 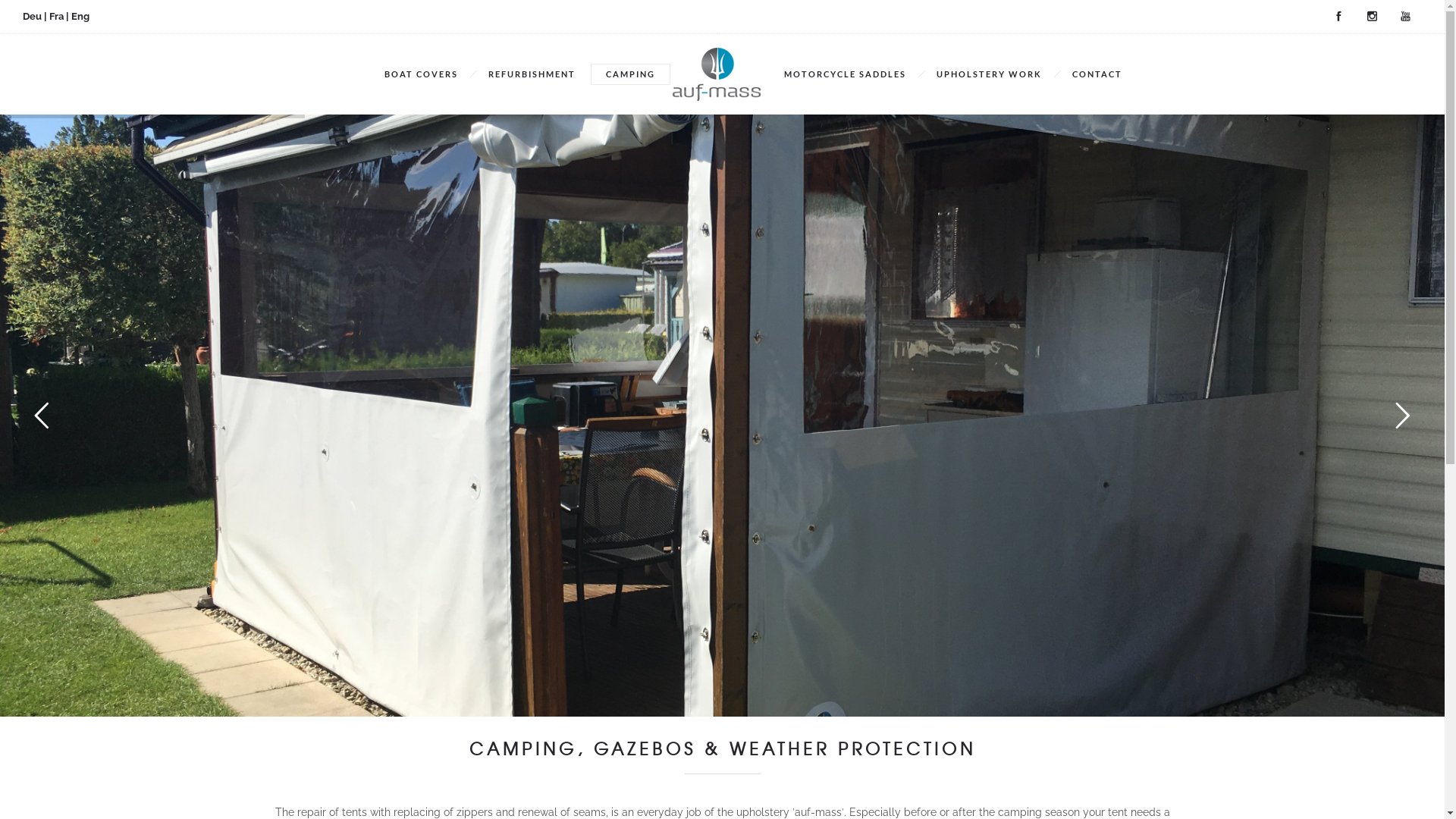 I want to click on 'YouTube', so click(x=1404, y=17).